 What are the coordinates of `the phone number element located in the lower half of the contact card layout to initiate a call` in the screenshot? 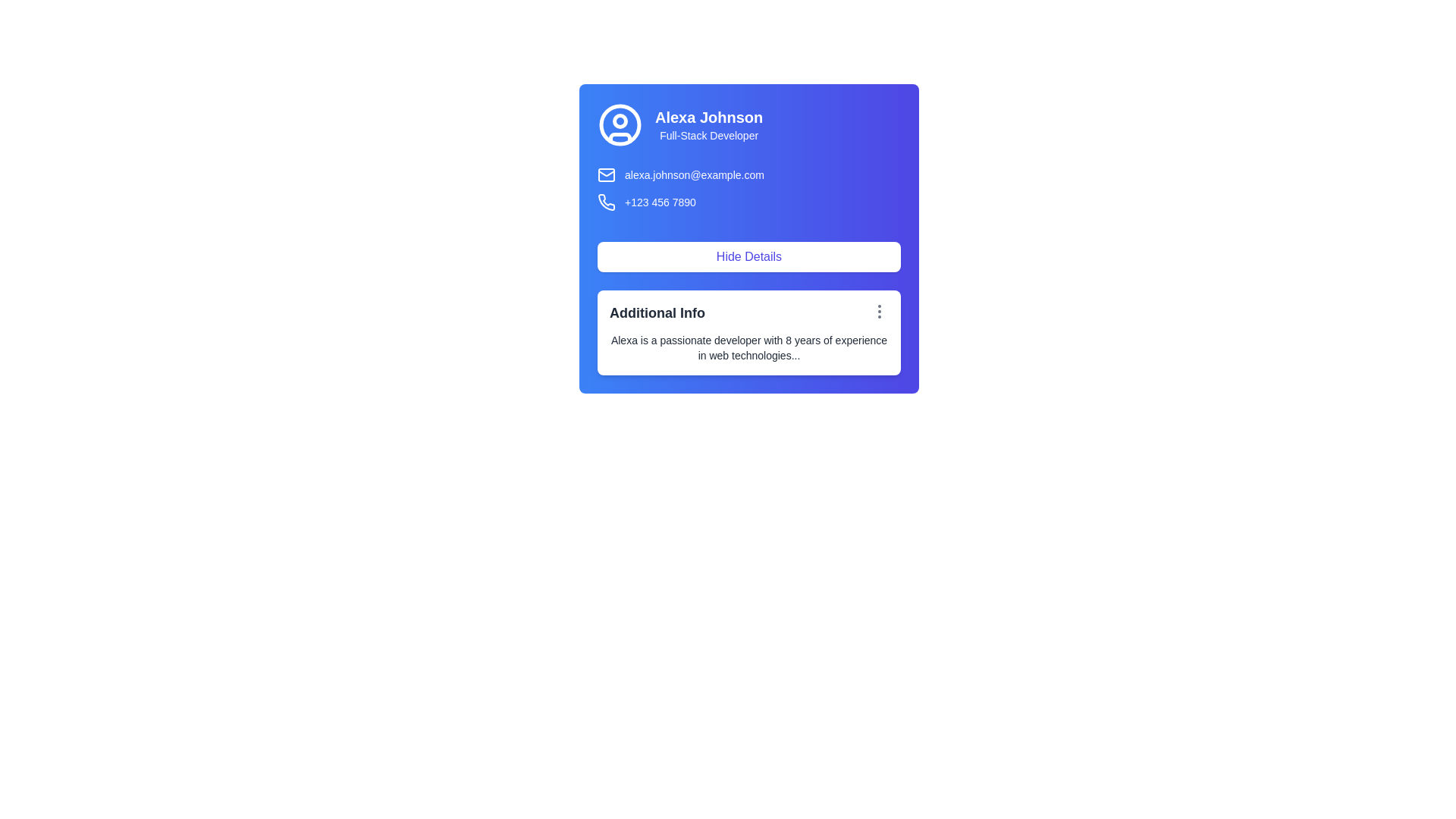 It's located at (749, 201).